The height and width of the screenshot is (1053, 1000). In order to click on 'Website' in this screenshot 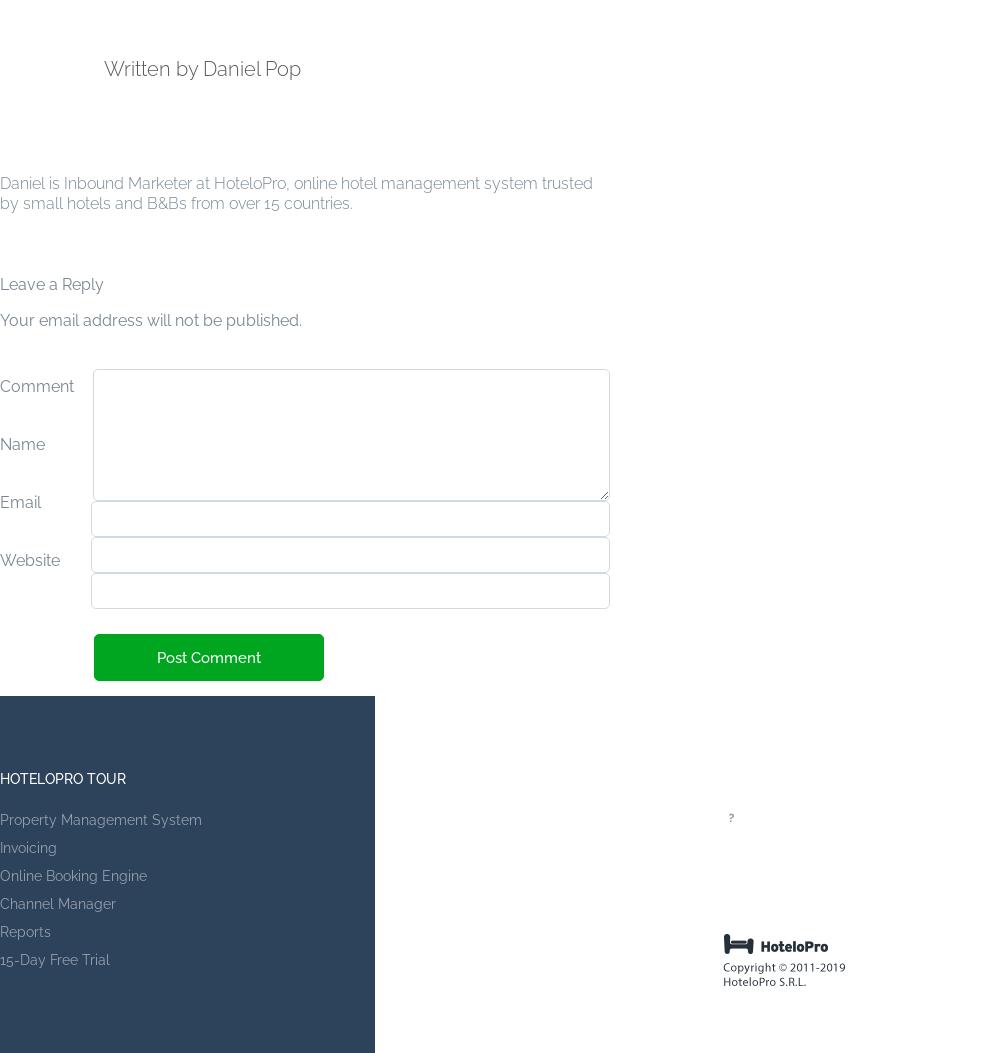, I will do `click(0, 559)`.